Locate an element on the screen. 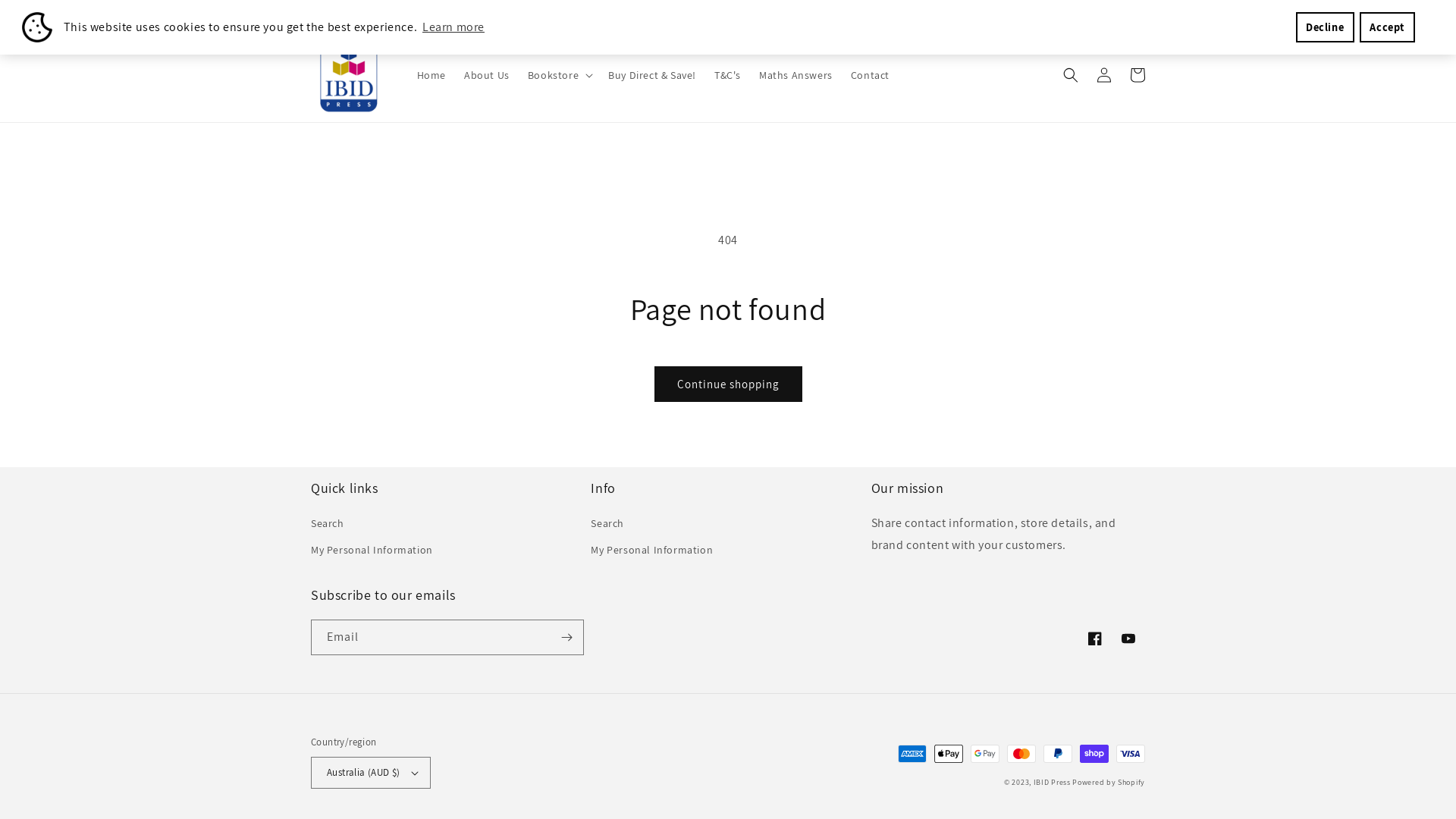 Image resolution: width=1456 pixels, height=819 pixels. 'Accept' is located at coordinates (1387, 27).